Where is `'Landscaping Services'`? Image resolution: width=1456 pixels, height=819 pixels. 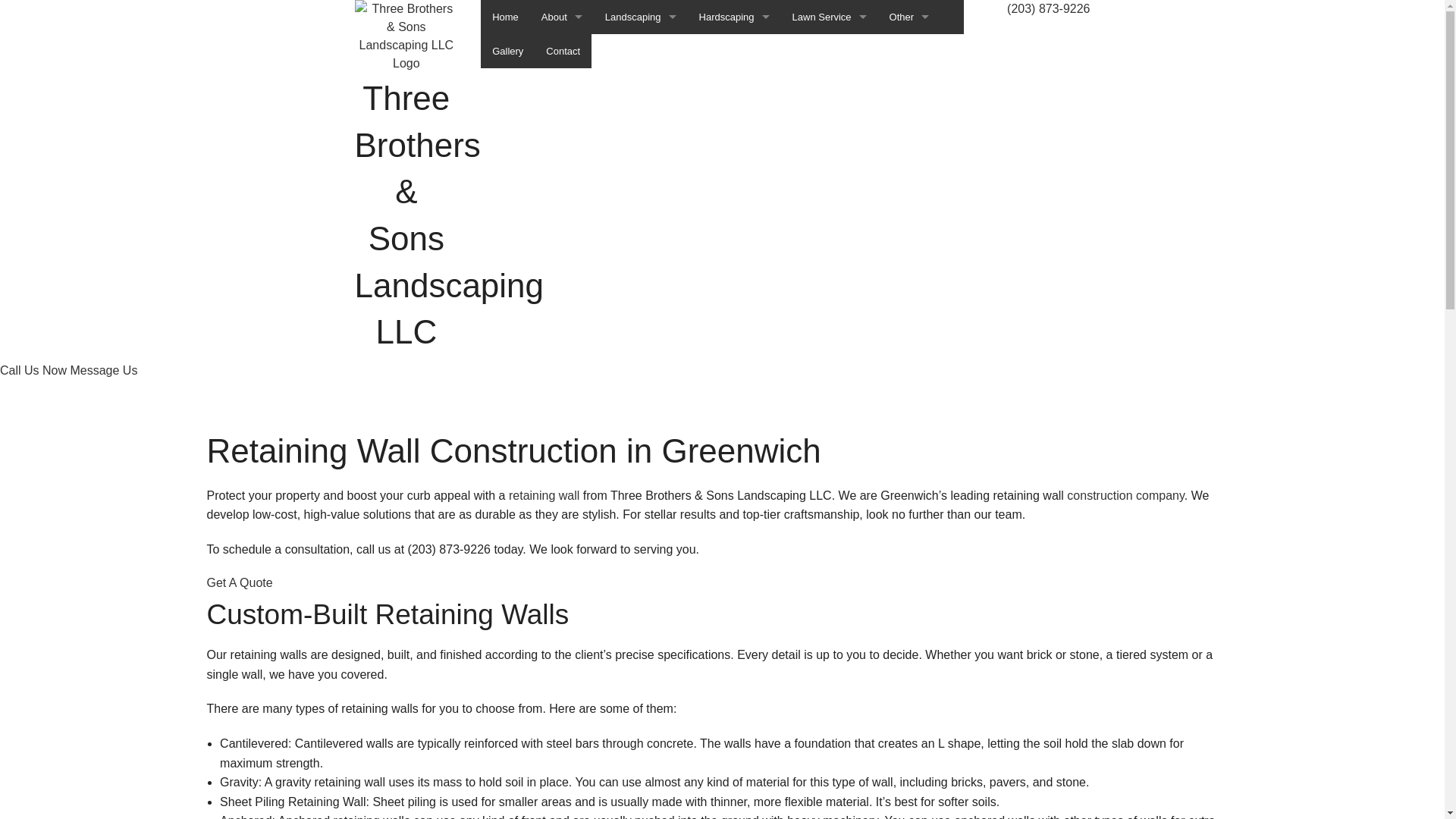 'Landscaping Services' is located at coordinates (640, 153).